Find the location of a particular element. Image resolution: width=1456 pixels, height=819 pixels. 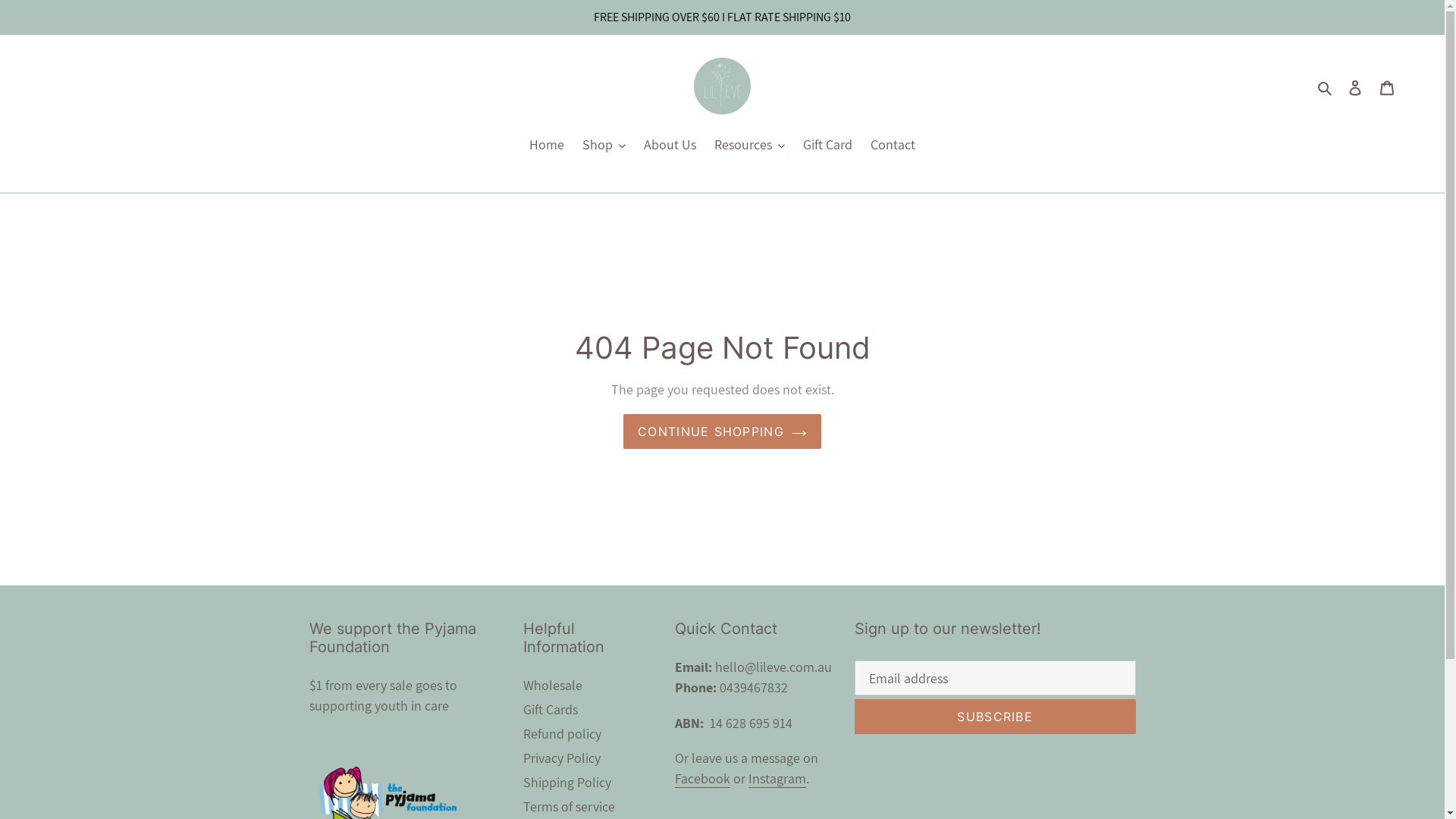

'Gift Cards' is located at coordinates (549, 709).